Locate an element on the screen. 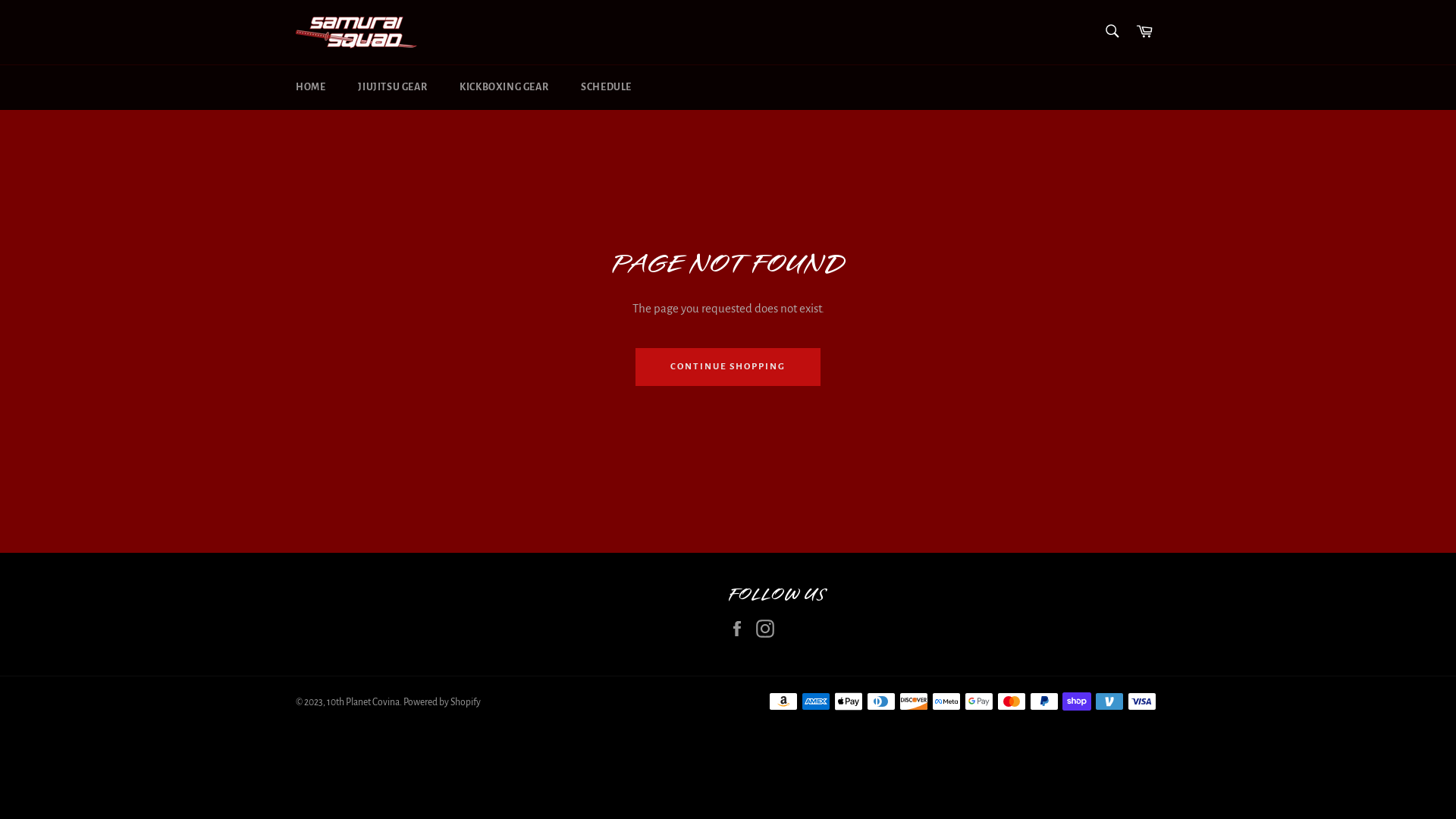  'Facebook' is located at coordinates (741, 628).